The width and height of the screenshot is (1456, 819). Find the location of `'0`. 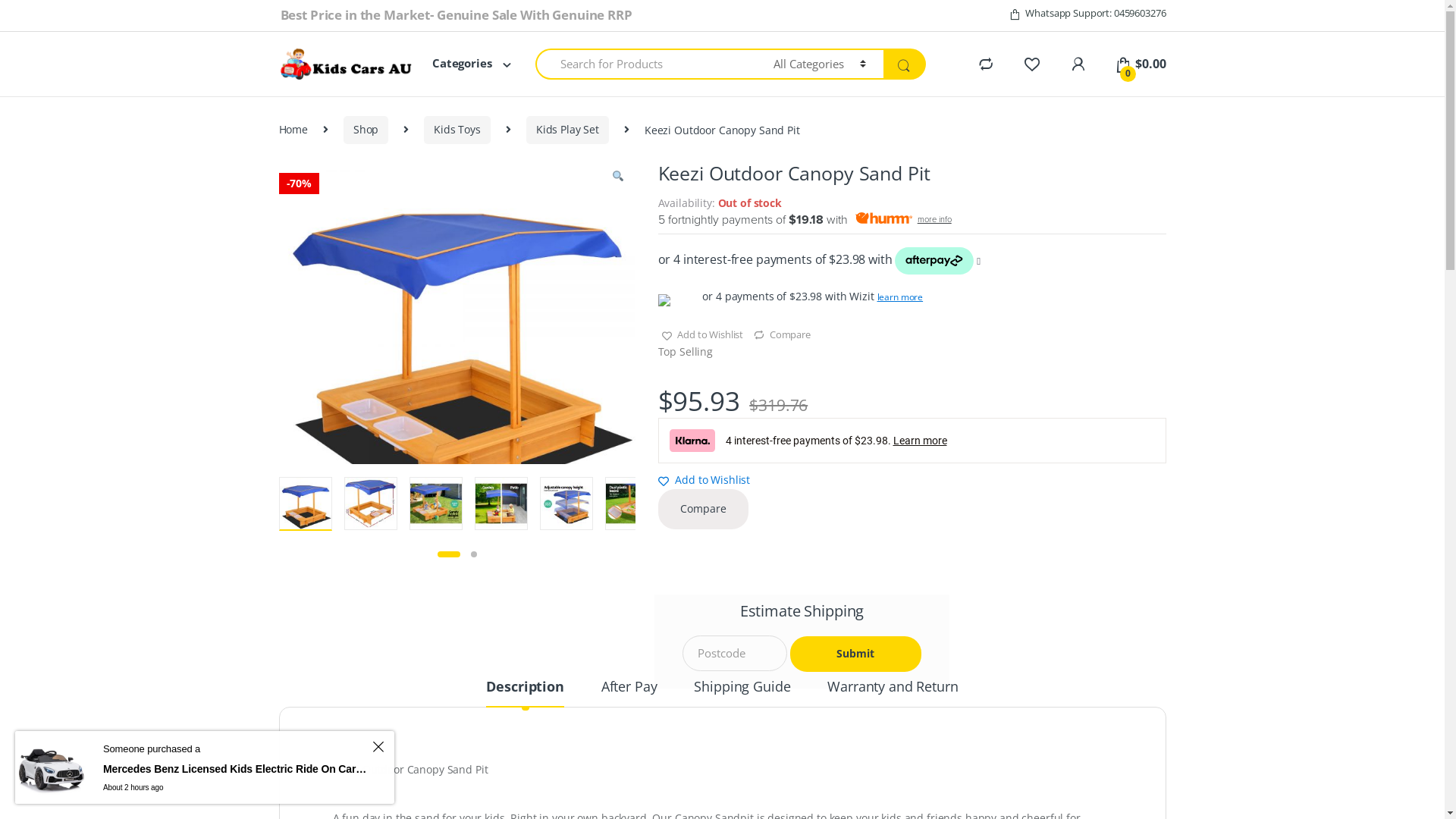

'0 is located at coordinates (1140, 63).